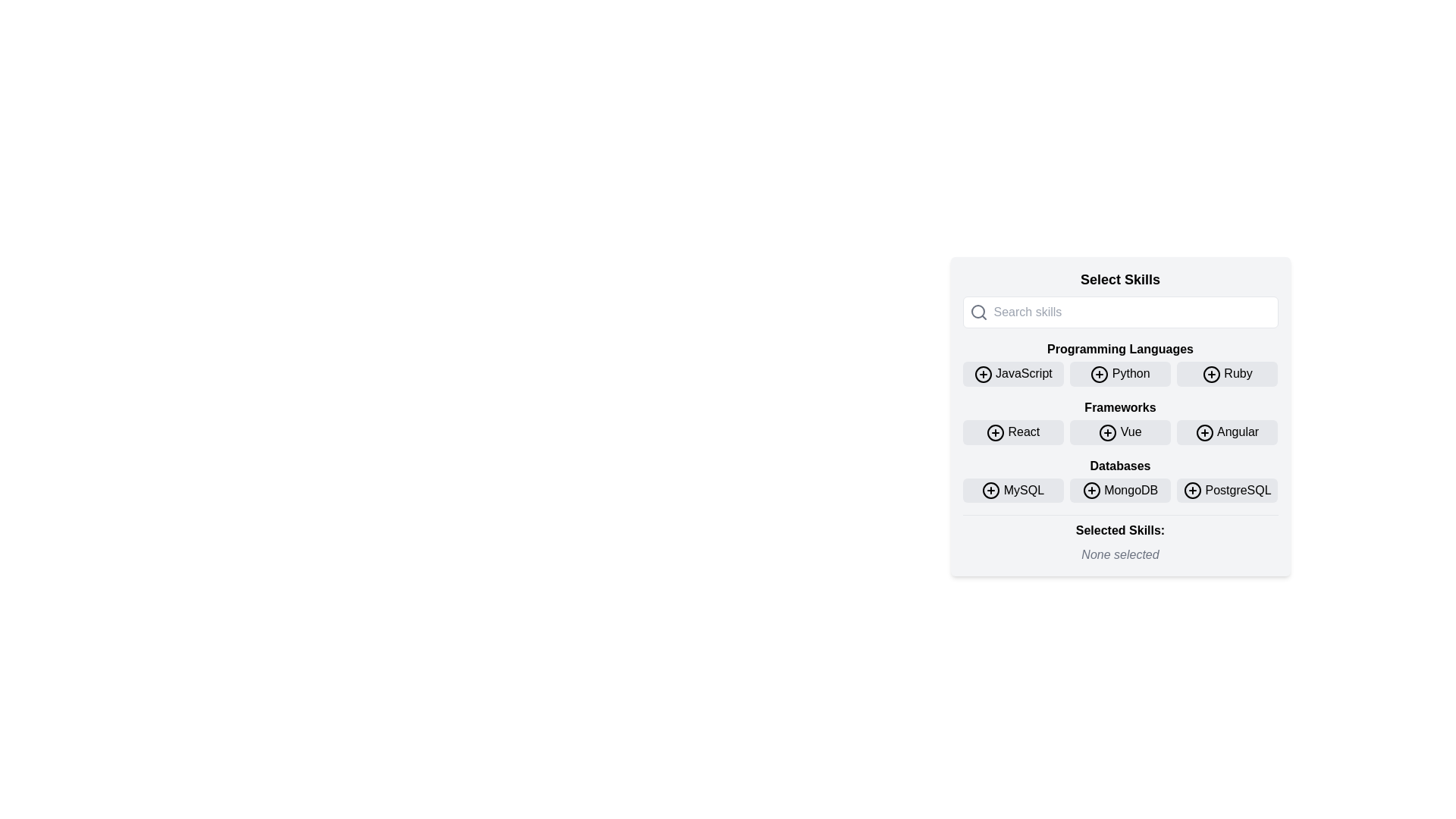 Image resolution: width=1456 pixels, height=819 pixels. Describe the element at coordinates (1210, 374) in the screenshot. I see `the circular '+' icon with a black outline inside the 'Ruby' skill button, located in the 'Programming Languages' section of the skill selector panel` at that location.